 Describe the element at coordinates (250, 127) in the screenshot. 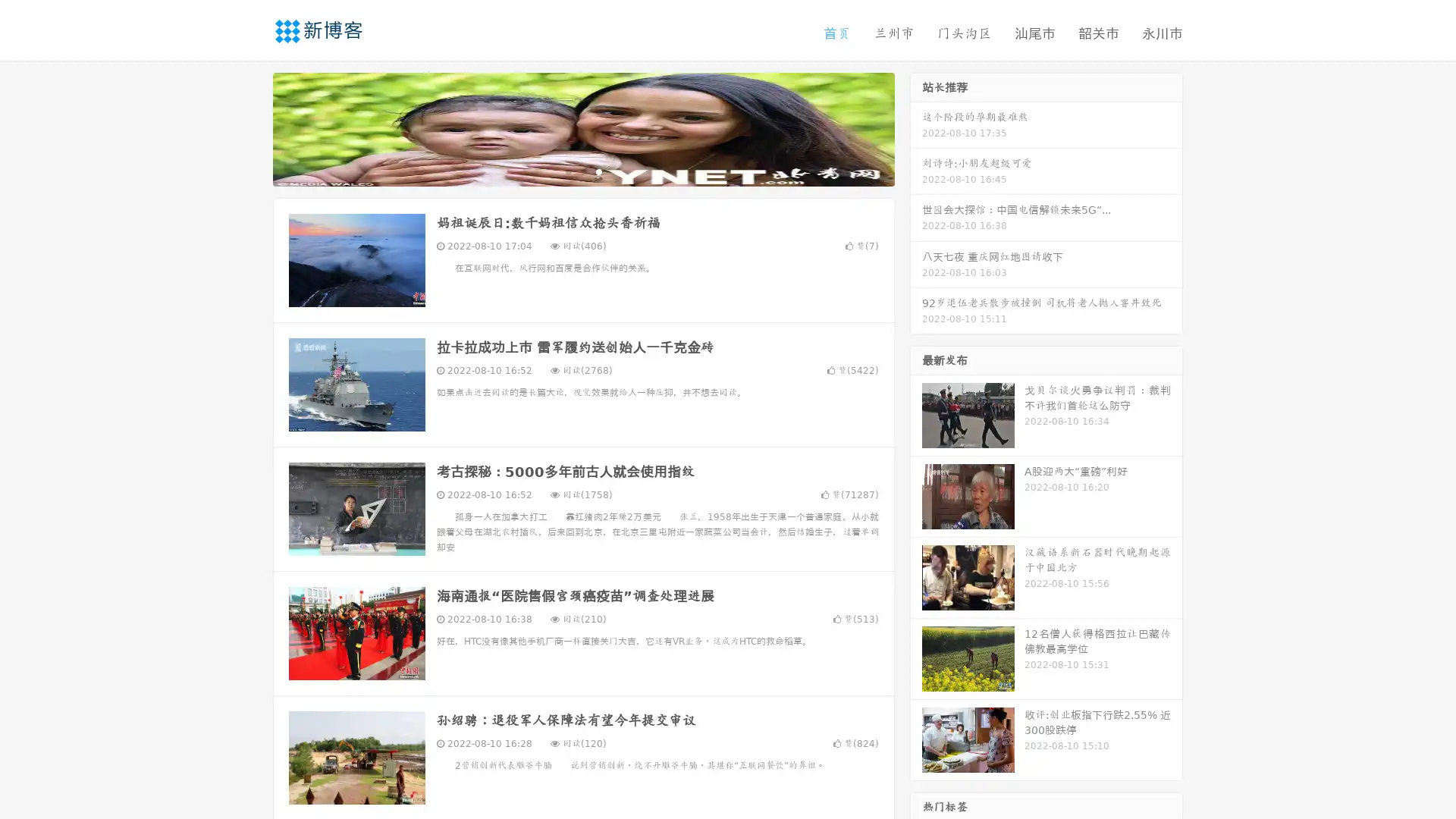

I see `Previous slide` at that location.